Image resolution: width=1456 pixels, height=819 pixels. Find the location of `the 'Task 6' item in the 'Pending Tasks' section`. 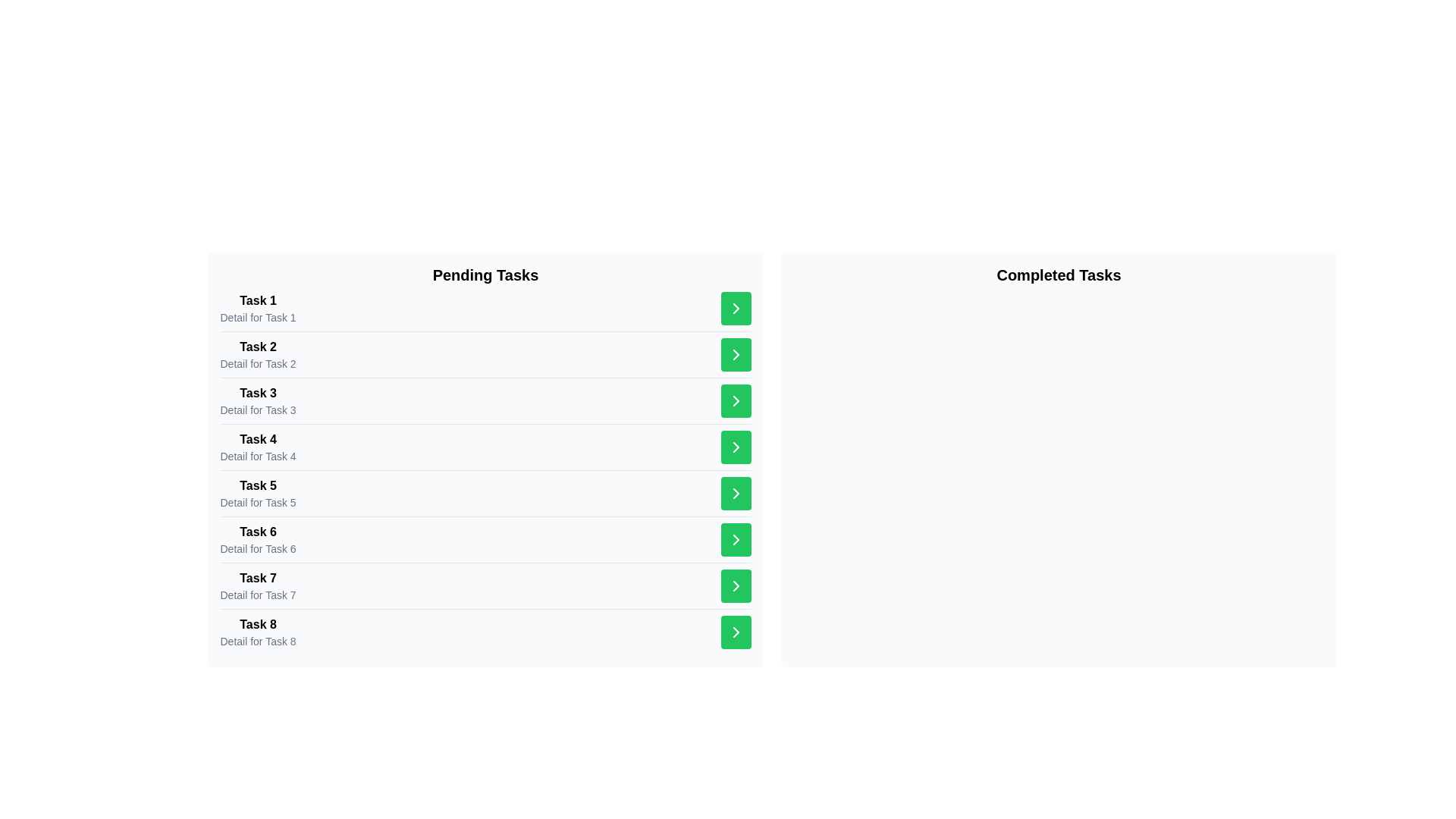

the 'Task 6' item in the 'Pending Tasks' section is located at coordinates (485, 538).